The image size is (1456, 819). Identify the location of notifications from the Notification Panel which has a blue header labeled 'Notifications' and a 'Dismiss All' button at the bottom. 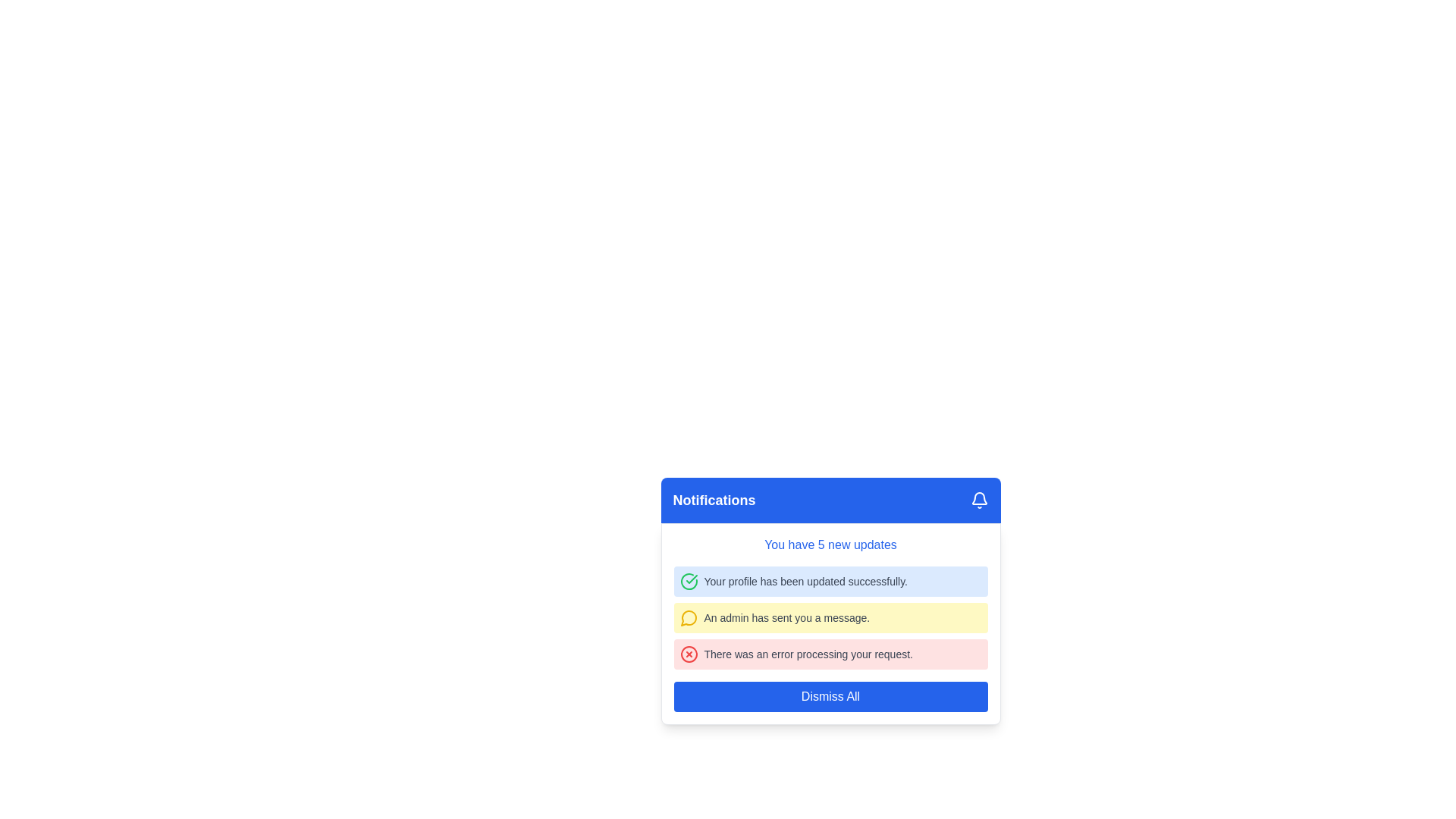
(830, 601).